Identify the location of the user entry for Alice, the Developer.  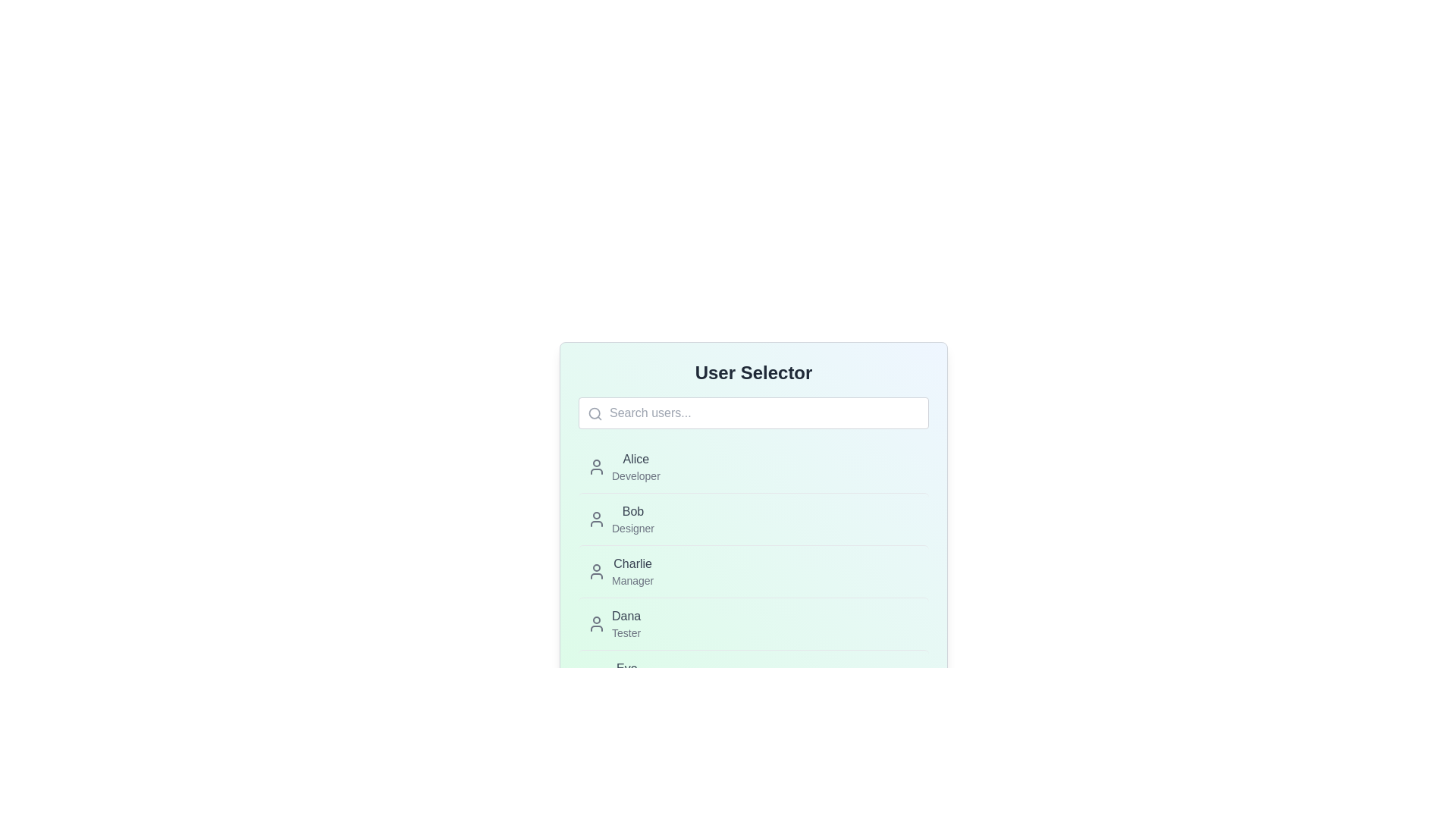
(623, 466).